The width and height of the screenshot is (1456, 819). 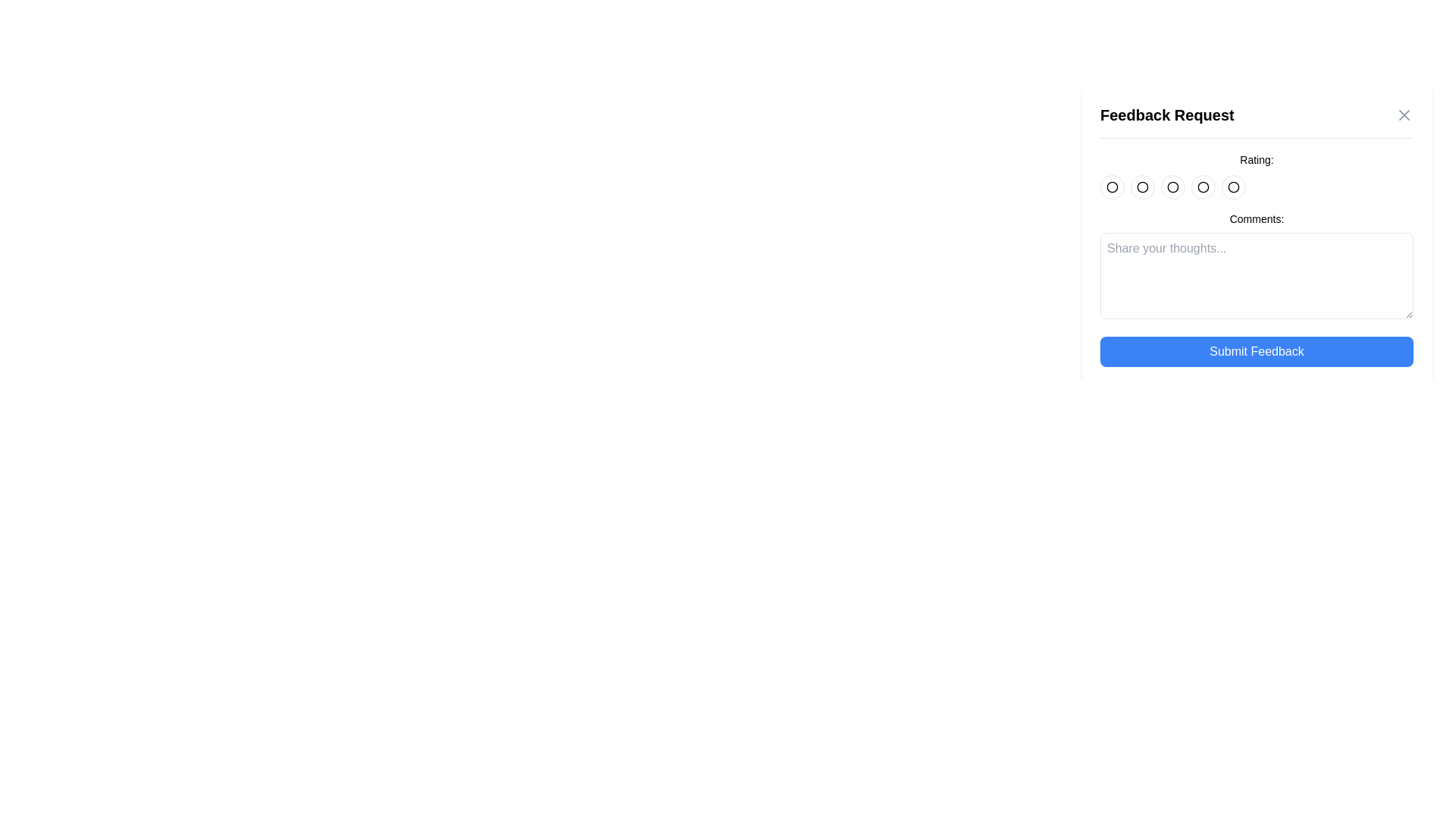 I want to click on the fifth circular interactive button in the 'Rating' section below the 'Feedback Request' text, so click(x=1234, y=186).